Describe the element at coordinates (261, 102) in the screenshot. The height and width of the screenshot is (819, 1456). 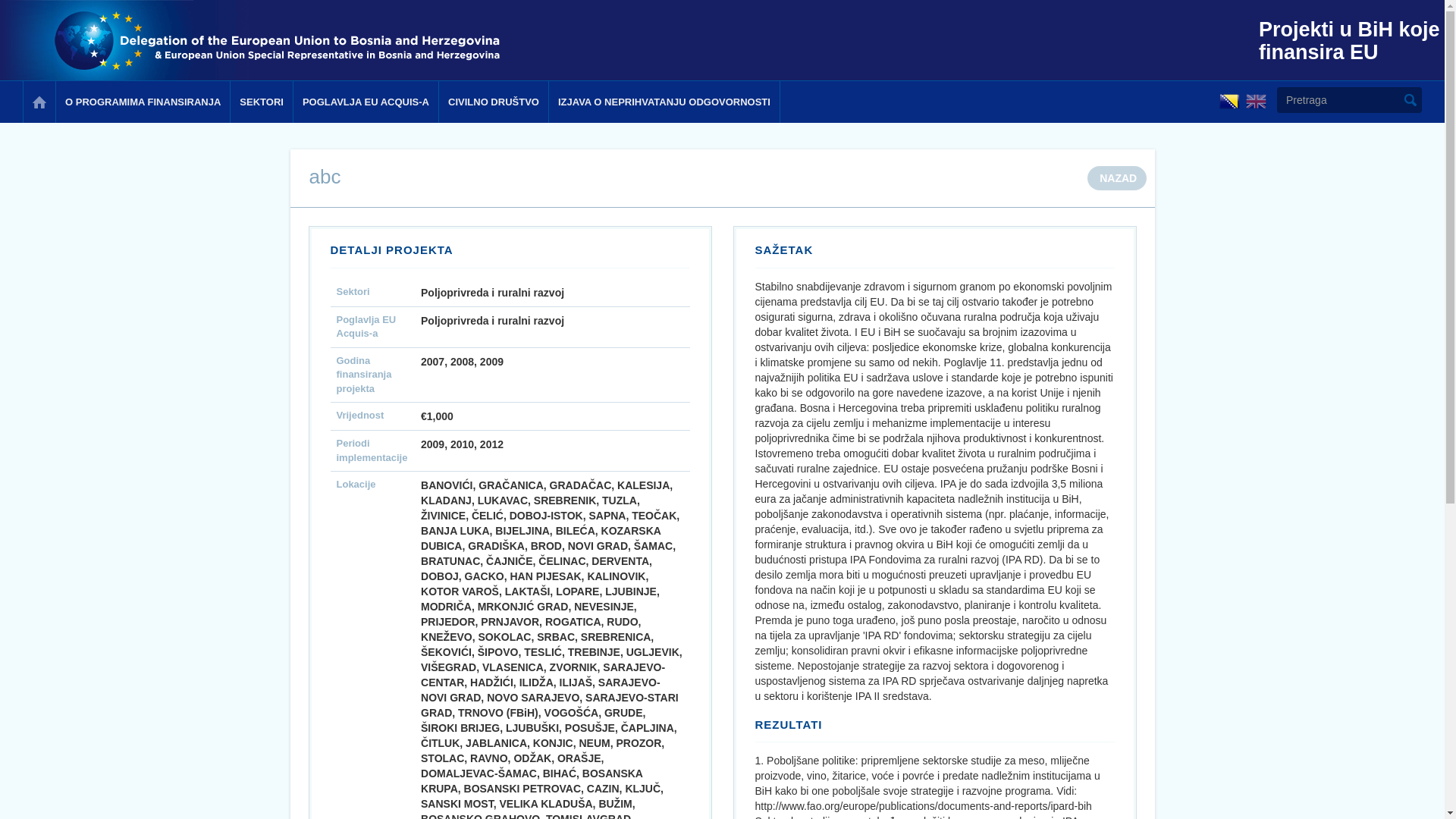
I see `'SEKTORI'` at that location.